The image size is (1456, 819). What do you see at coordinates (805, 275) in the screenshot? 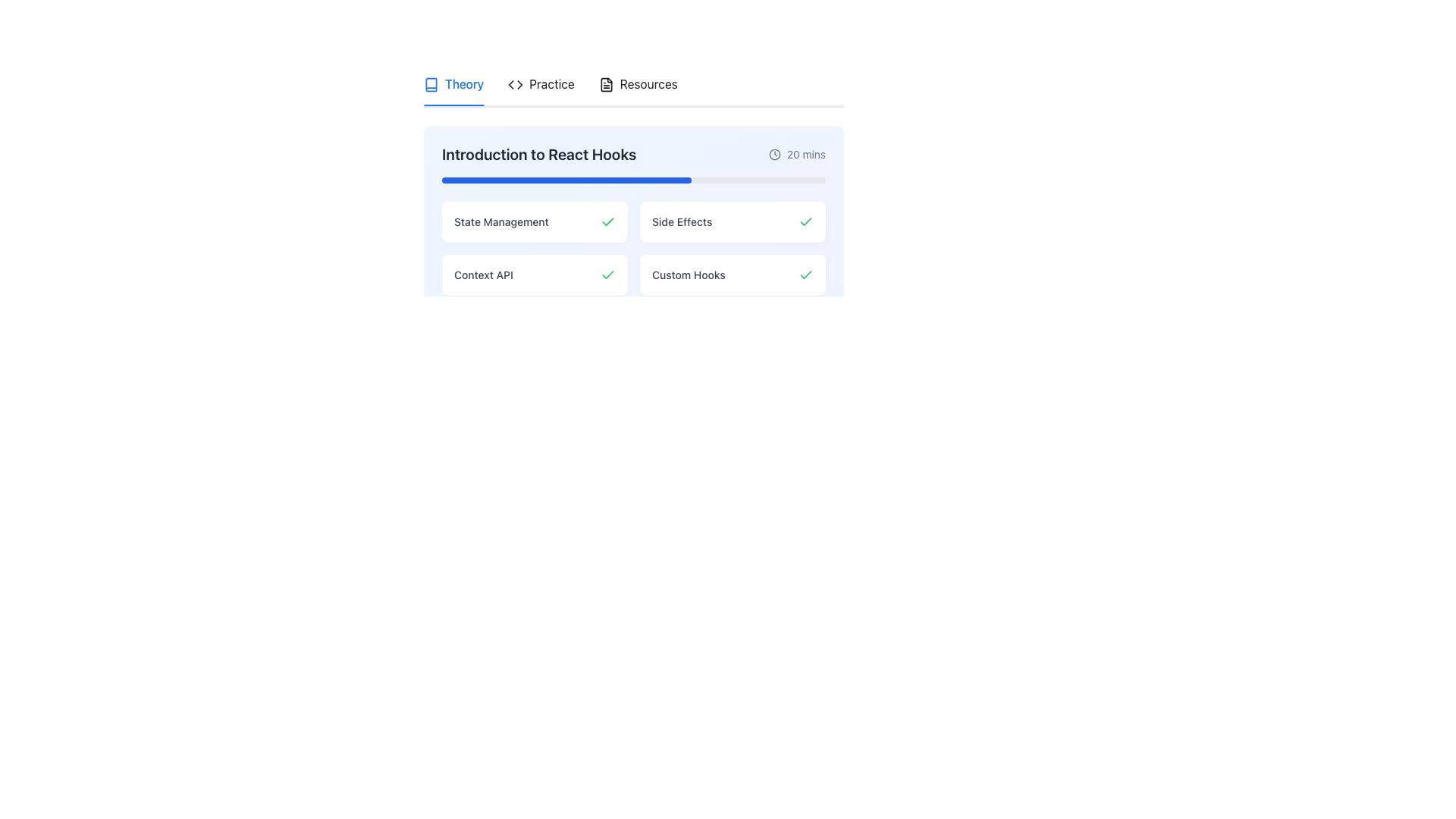
I see `the status represented by the checkmark icon indicating the completion of the 'Side Effects' entry in the second row of the two-column grid layout` at bounding box center [805, 275].